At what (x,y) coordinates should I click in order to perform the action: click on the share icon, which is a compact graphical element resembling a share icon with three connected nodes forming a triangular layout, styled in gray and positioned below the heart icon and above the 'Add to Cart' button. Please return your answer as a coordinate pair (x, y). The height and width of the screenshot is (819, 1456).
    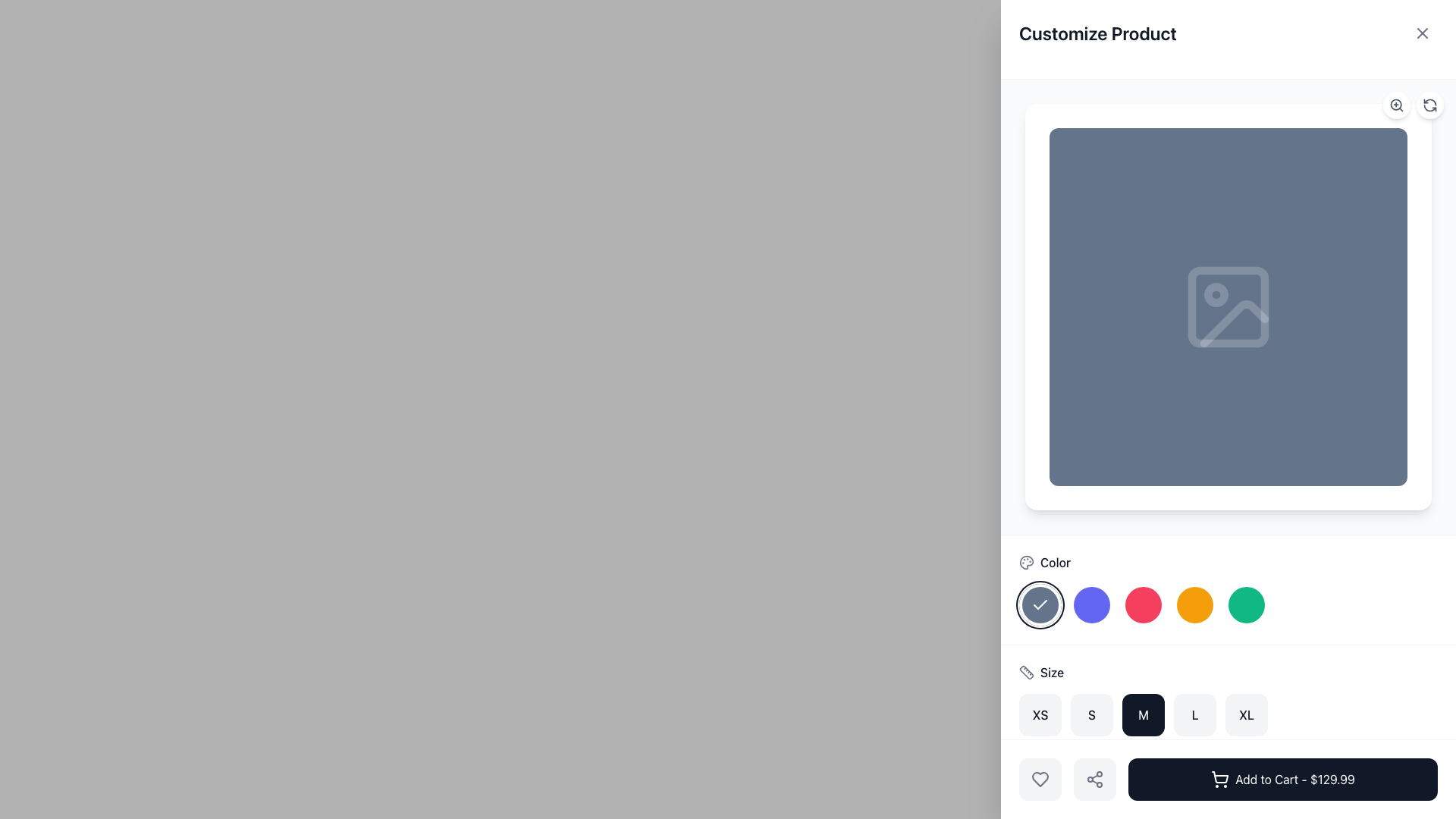
    Looking at the image, I should click on (1095, 780).